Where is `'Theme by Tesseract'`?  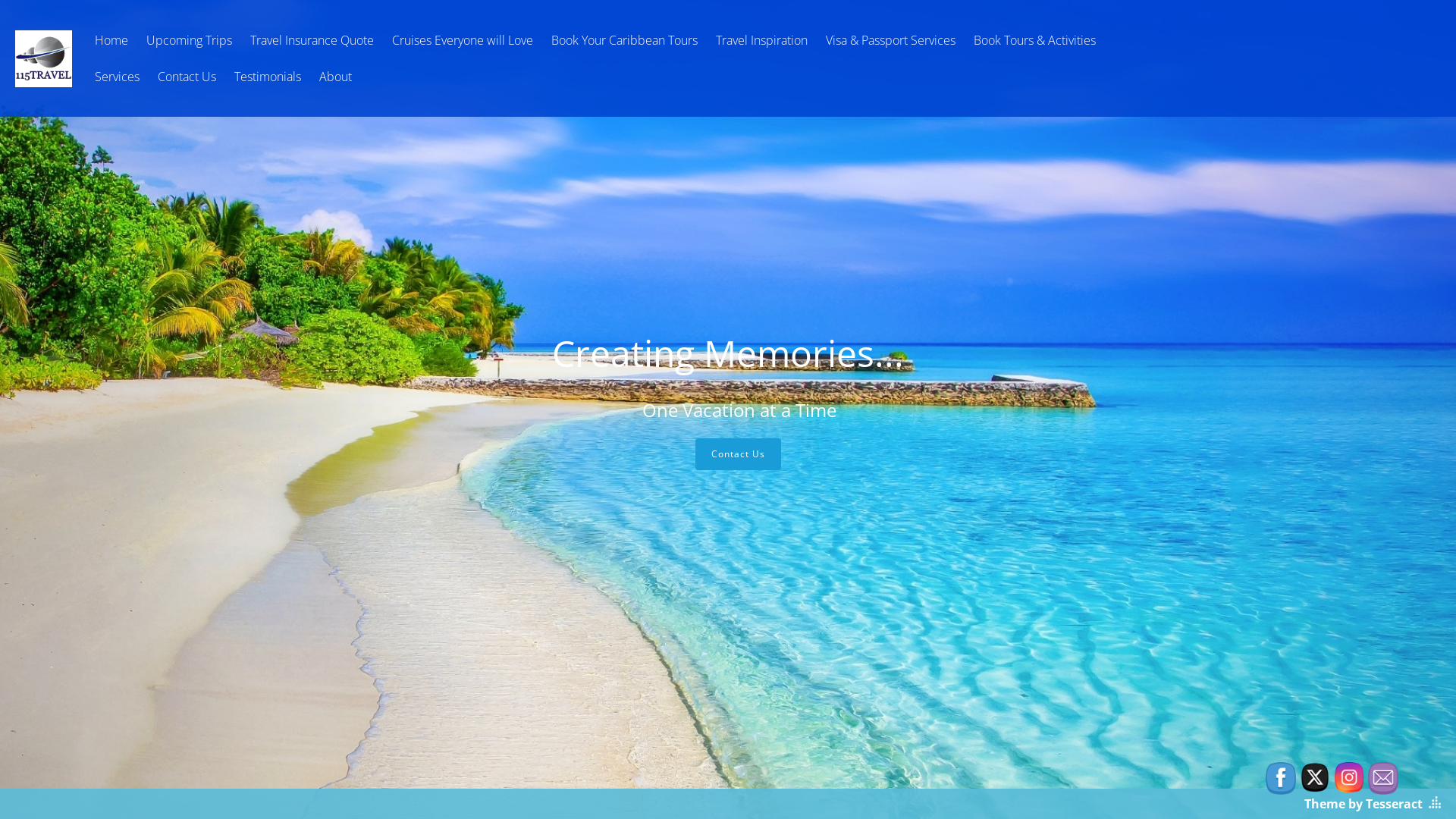 'Theme by Tesseract' is located at coordinates (1363, 803).